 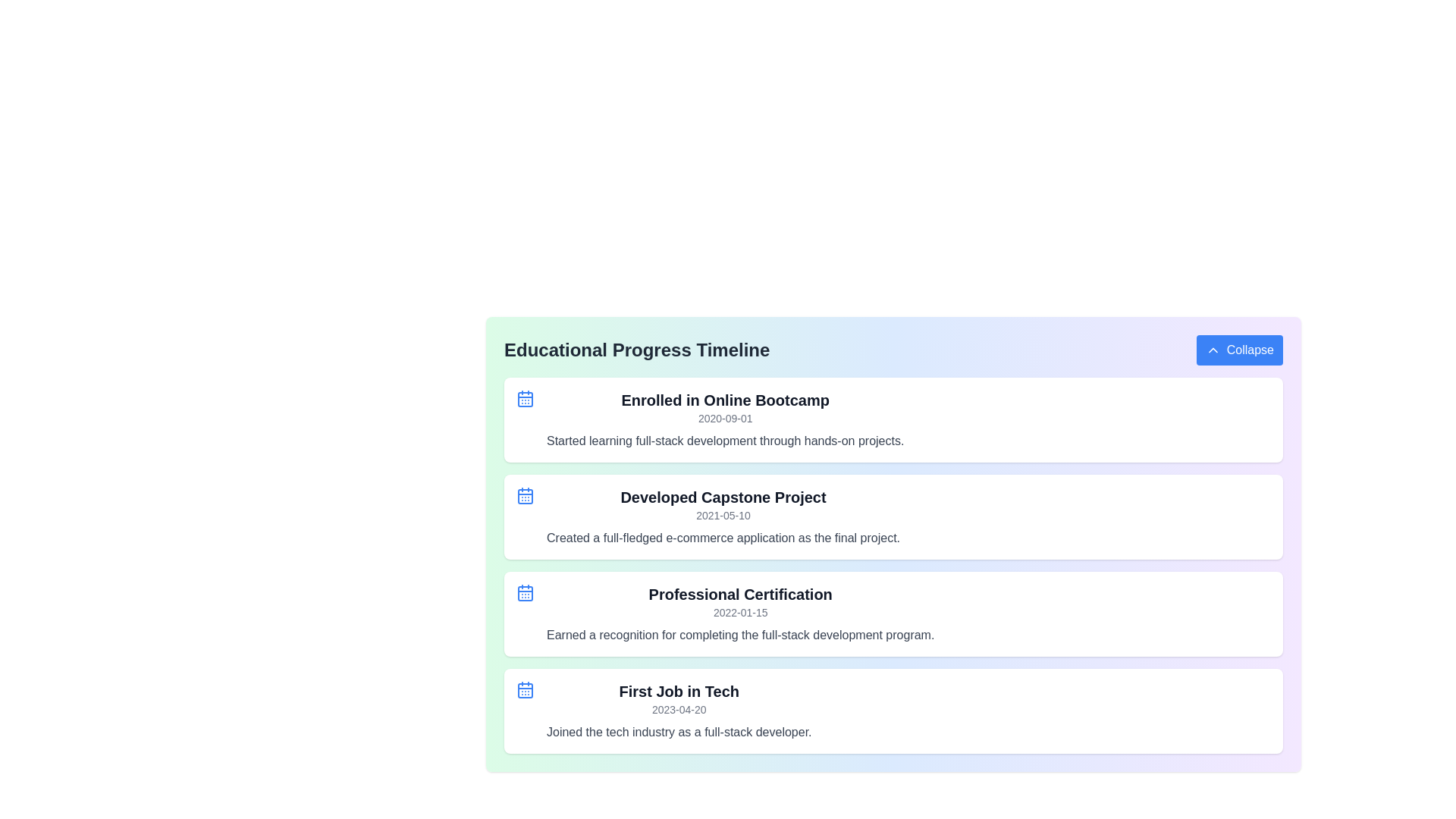 I want to click on the blue calendar icon located above the date '2023-04-20' at the fourth entry of the timeline list, so click(x=525, y=690).